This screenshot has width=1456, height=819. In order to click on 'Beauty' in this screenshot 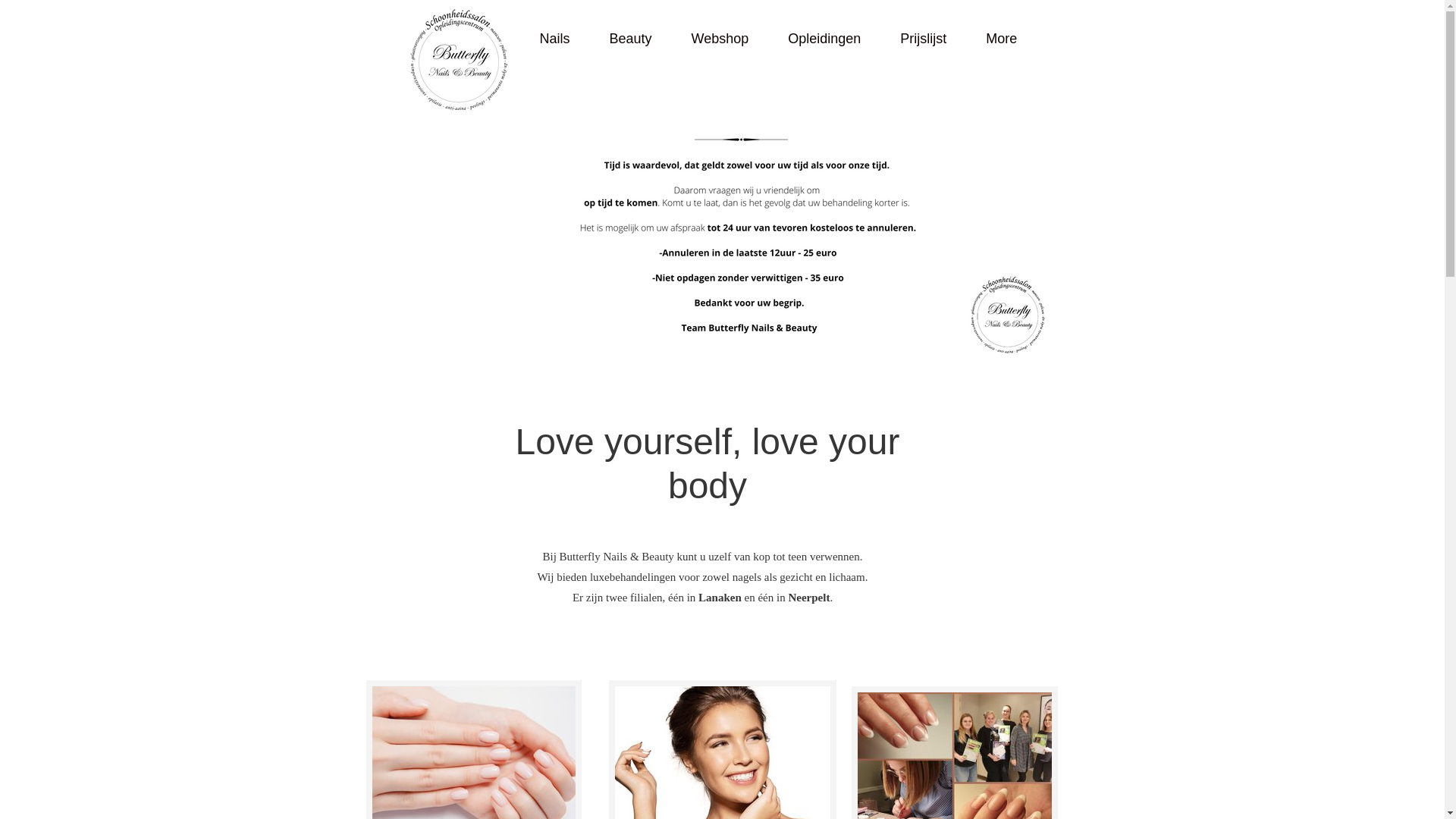, I will do `click(630, 37)`.